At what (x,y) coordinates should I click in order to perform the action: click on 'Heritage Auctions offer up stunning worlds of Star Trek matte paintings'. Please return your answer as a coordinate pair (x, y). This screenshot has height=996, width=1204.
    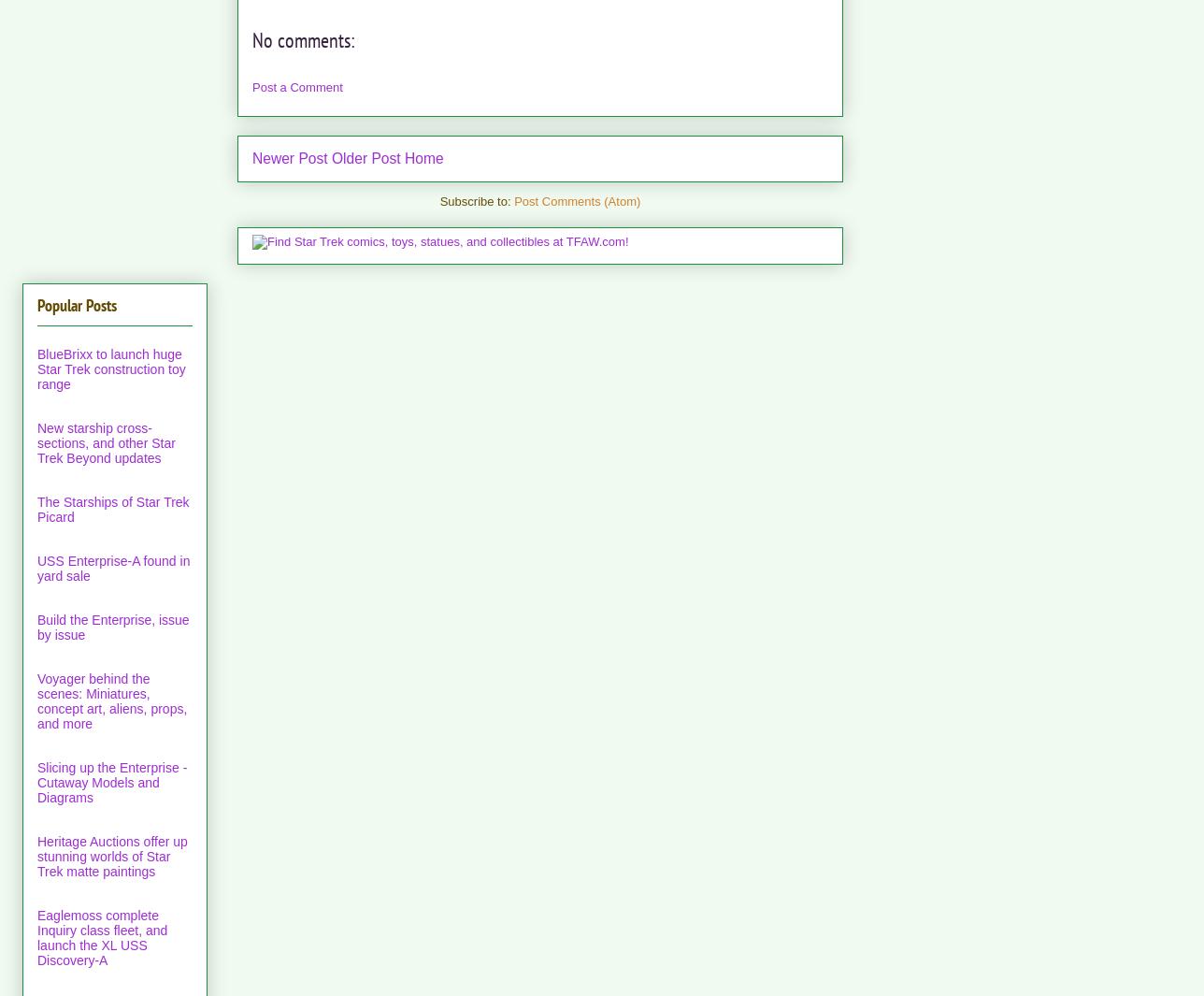
    Looking at the image, I should click on (112, 857).